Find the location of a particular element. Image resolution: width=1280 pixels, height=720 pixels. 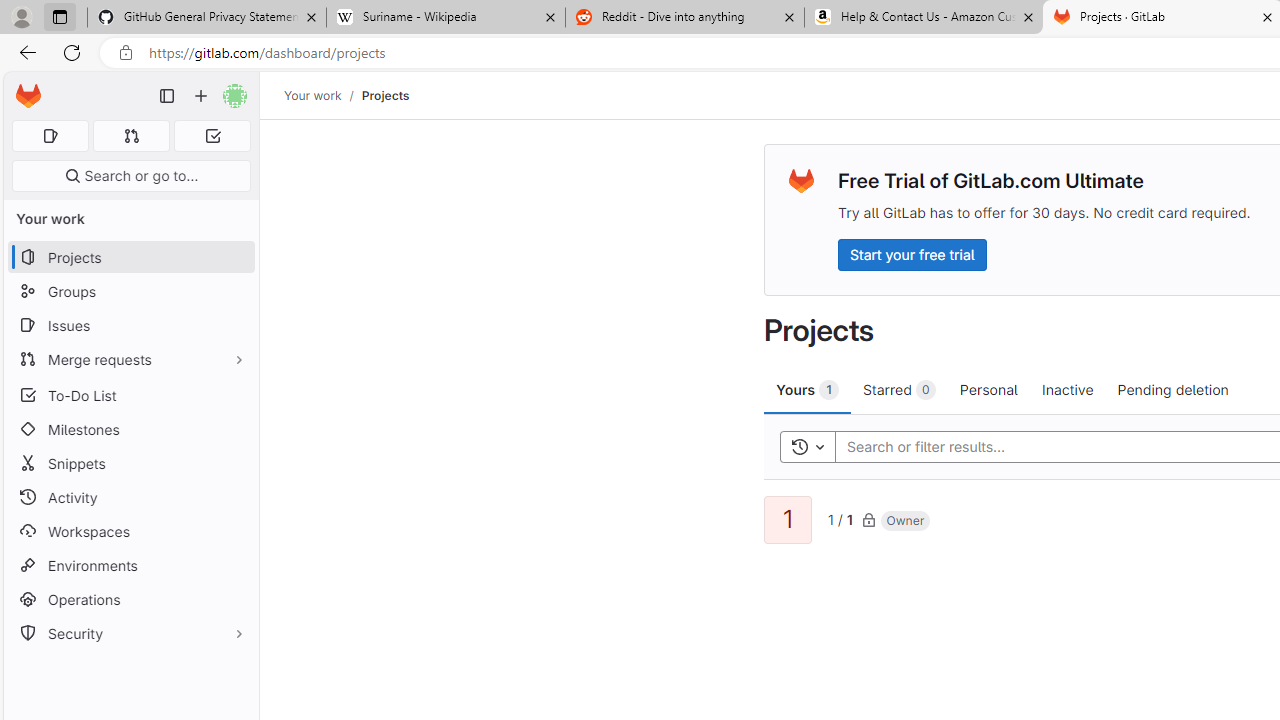

'Merge requests 0' is located at coordinates (130, 135).